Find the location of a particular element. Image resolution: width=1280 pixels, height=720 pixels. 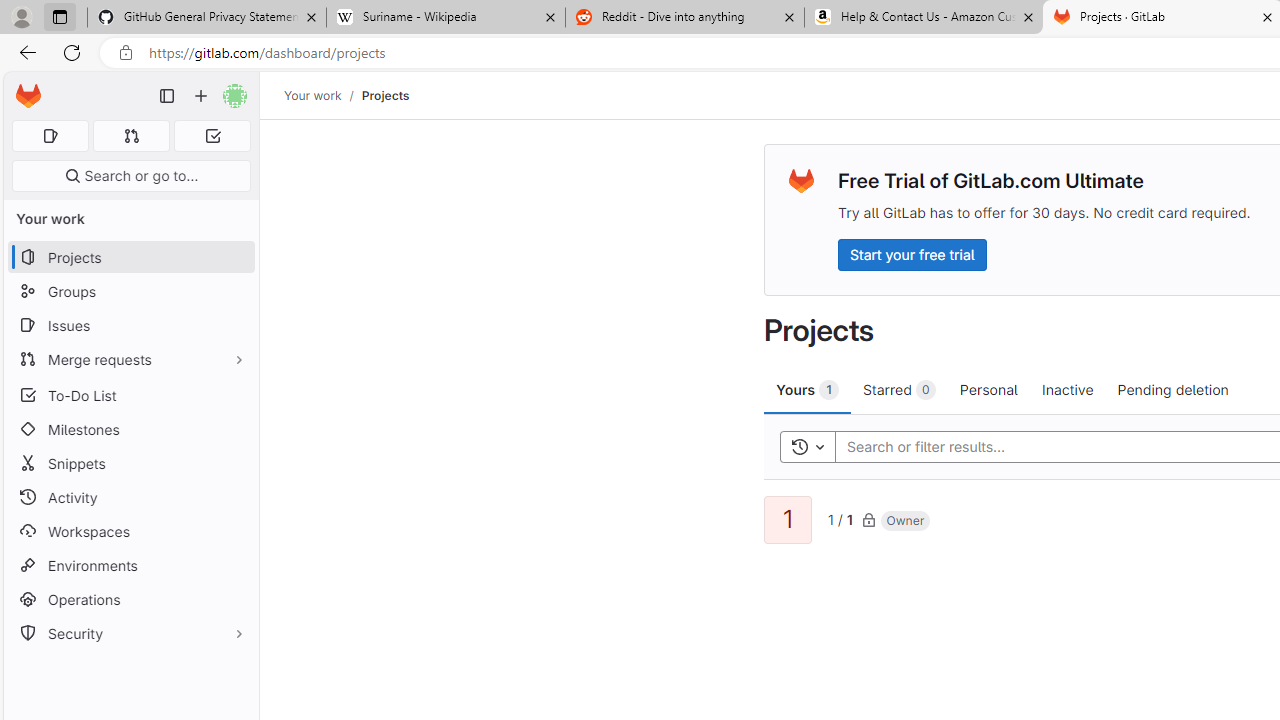

'Merge requests 0' is located at coordinates (130, 135).